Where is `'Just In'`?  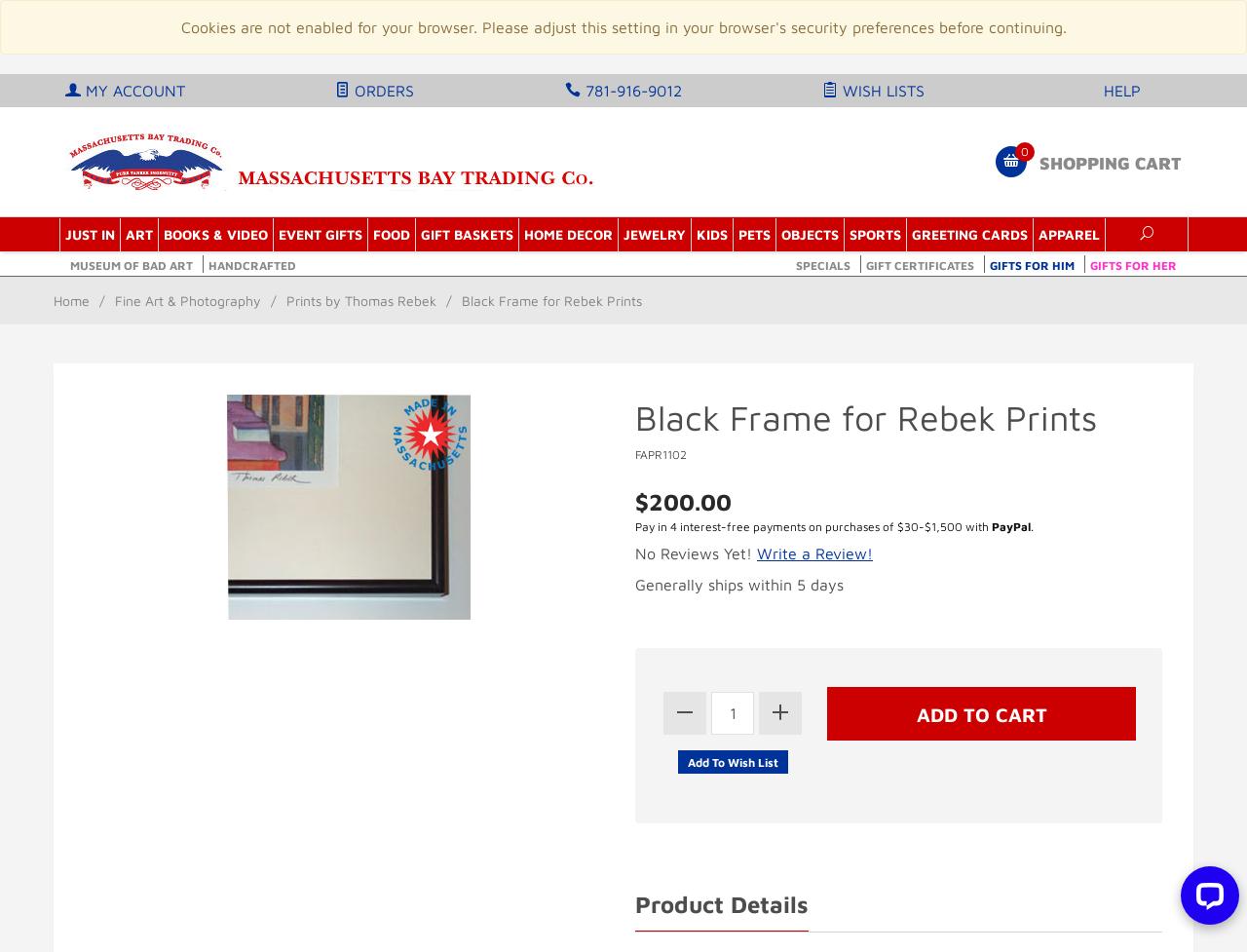
'Just In' is located at coordinates (88, 233).